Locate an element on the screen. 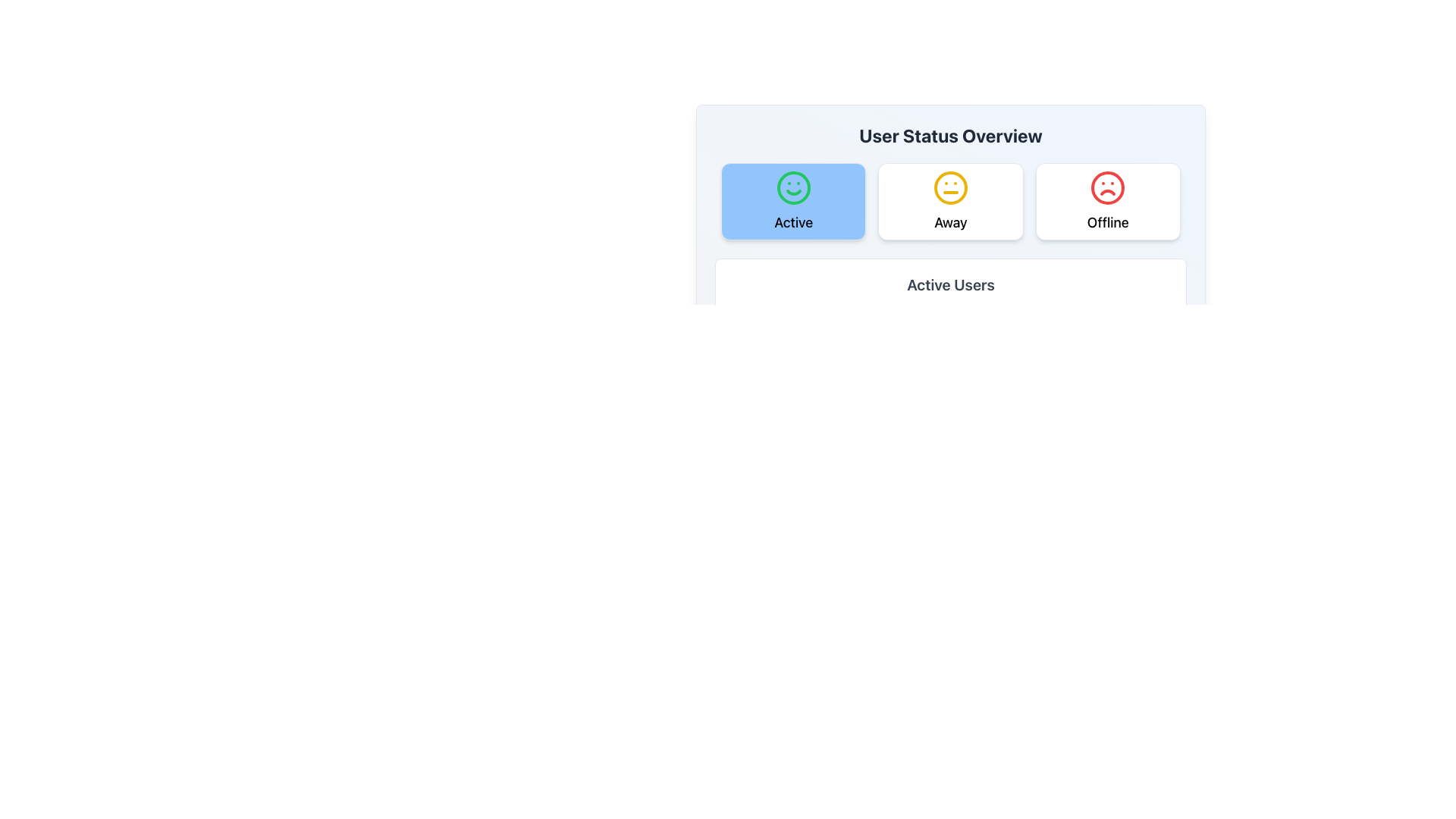  the text label indicating user status as 'Offline', located below the red sad face icon in the rightmost card of user status indicators is located at coordinates (1108, 222).